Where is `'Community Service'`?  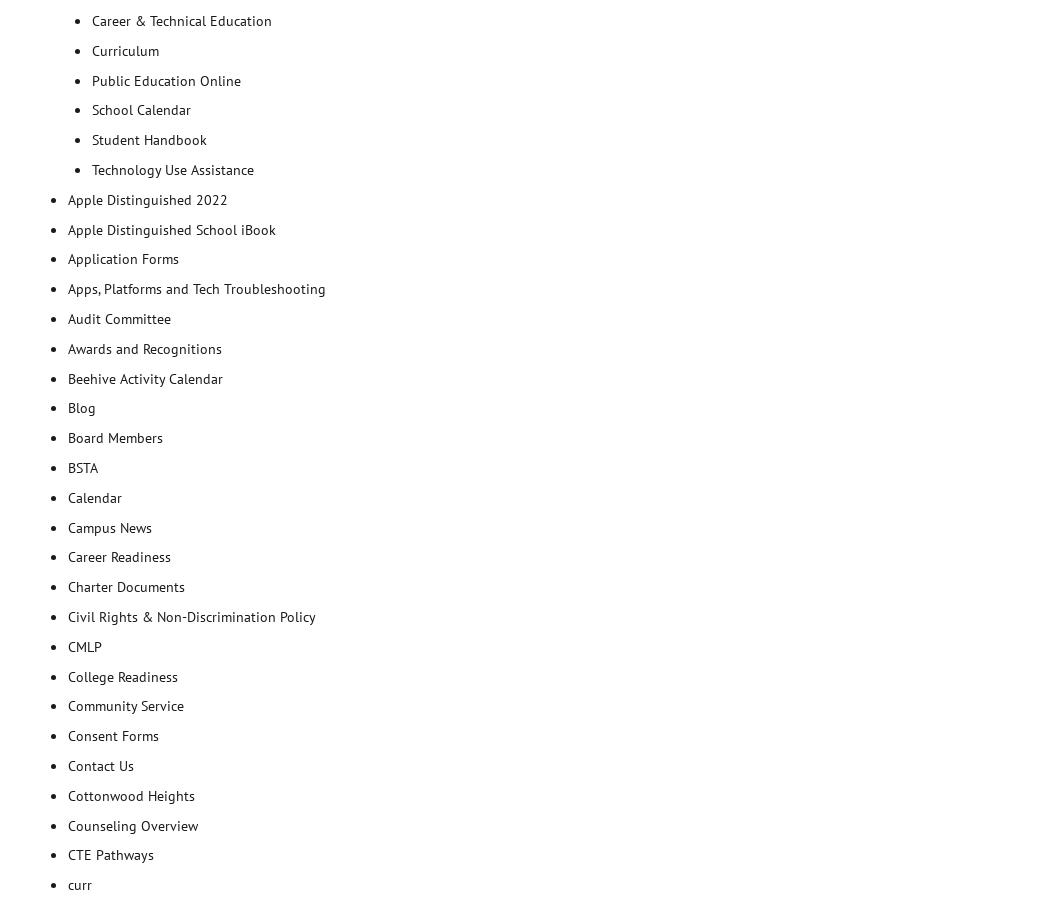
'Community Service' is located at coordinates (125, 706).